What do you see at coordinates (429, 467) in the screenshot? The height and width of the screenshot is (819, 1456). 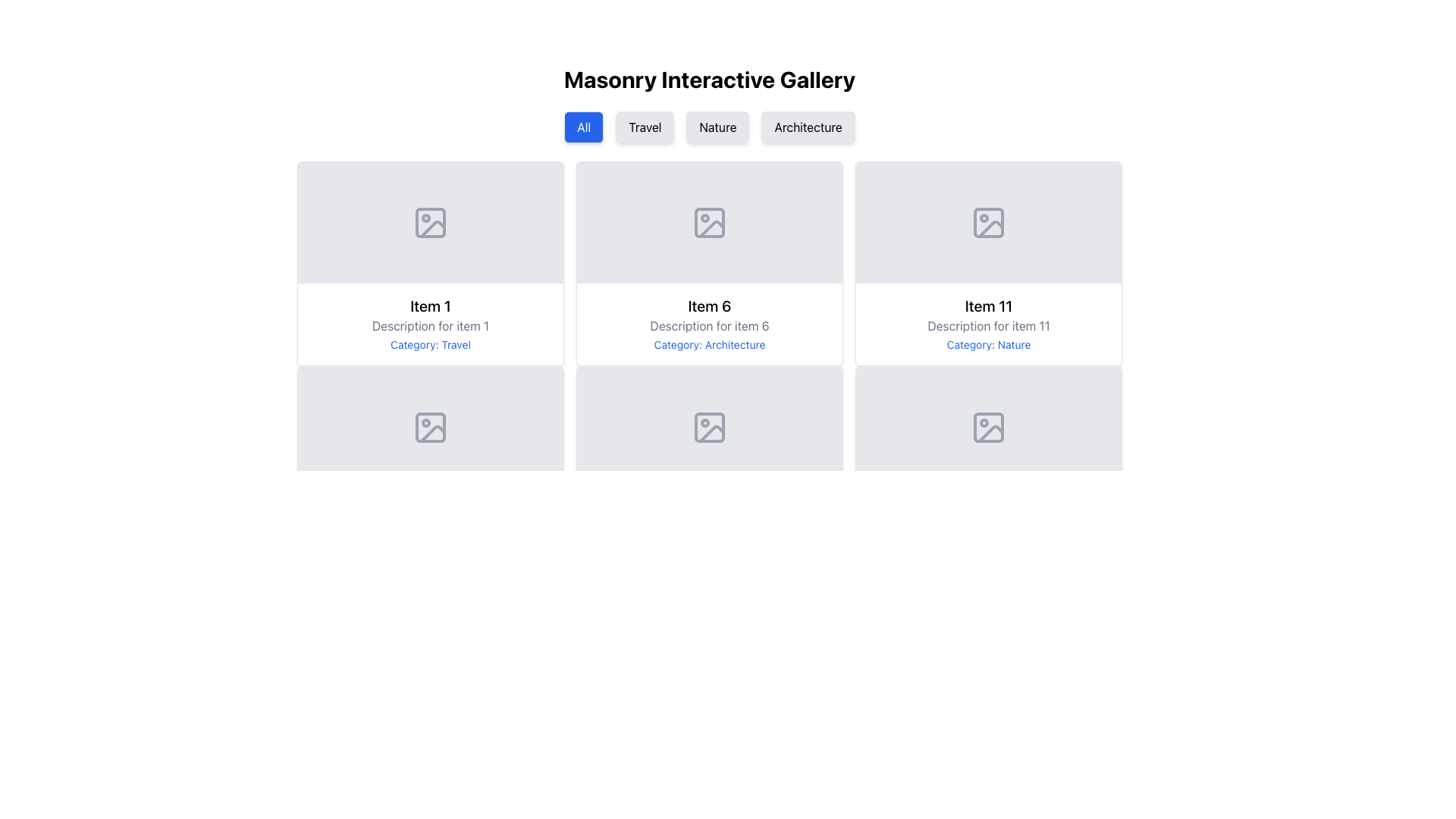 I see `the Content Placeholder located below the 'Item 1' details in the left-most column of the three-column grid layout for interaction` at bounding box center [429, 467].